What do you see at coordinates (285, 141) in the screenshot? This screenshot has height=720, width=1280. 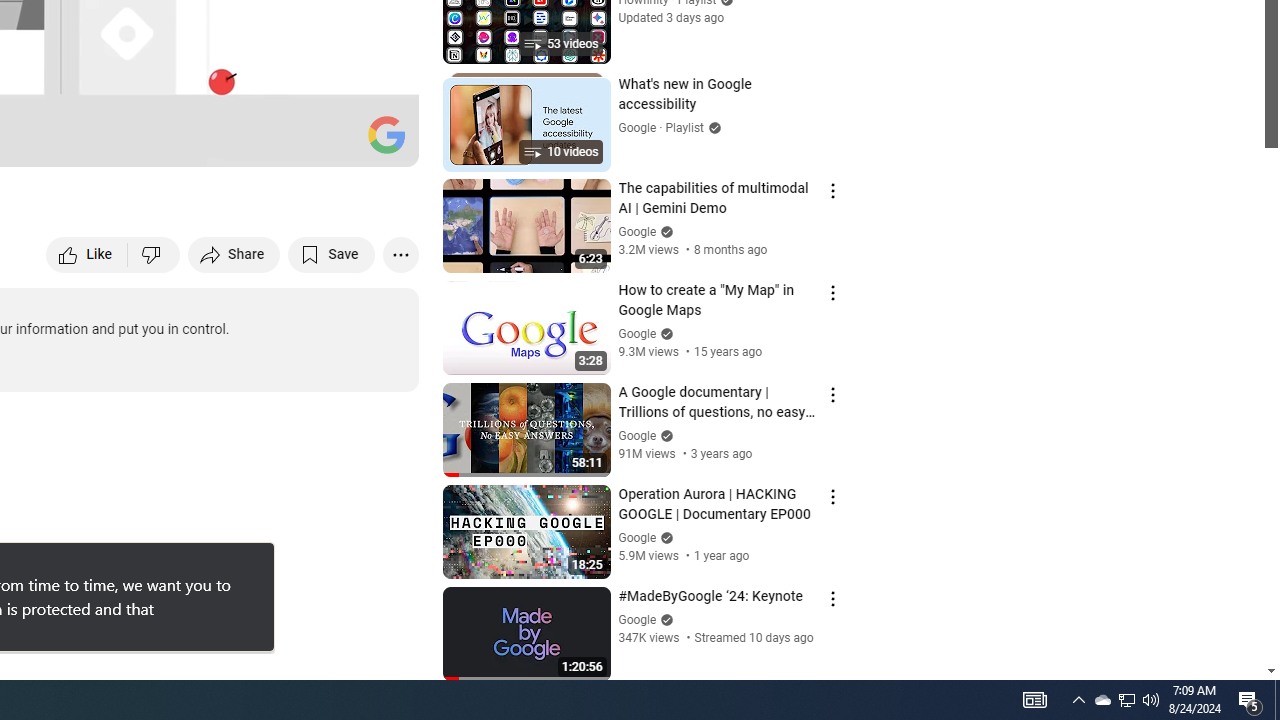 I see `'Miniplayer (i)'` at bounding box center [285, 141].